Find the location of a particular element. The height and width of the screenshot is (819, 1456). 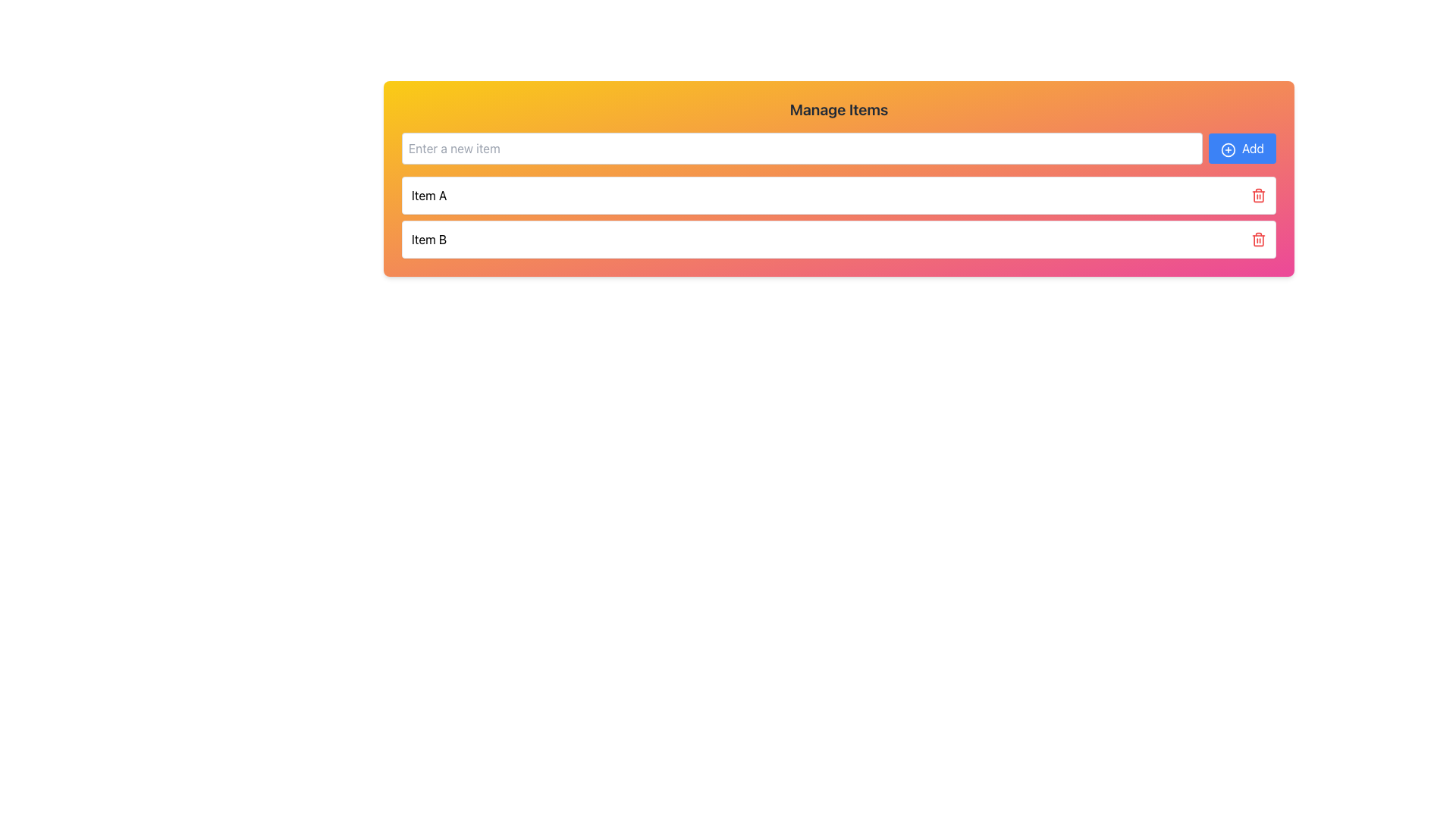

the Trash Bin icon is located at coordinates (1259, 239).